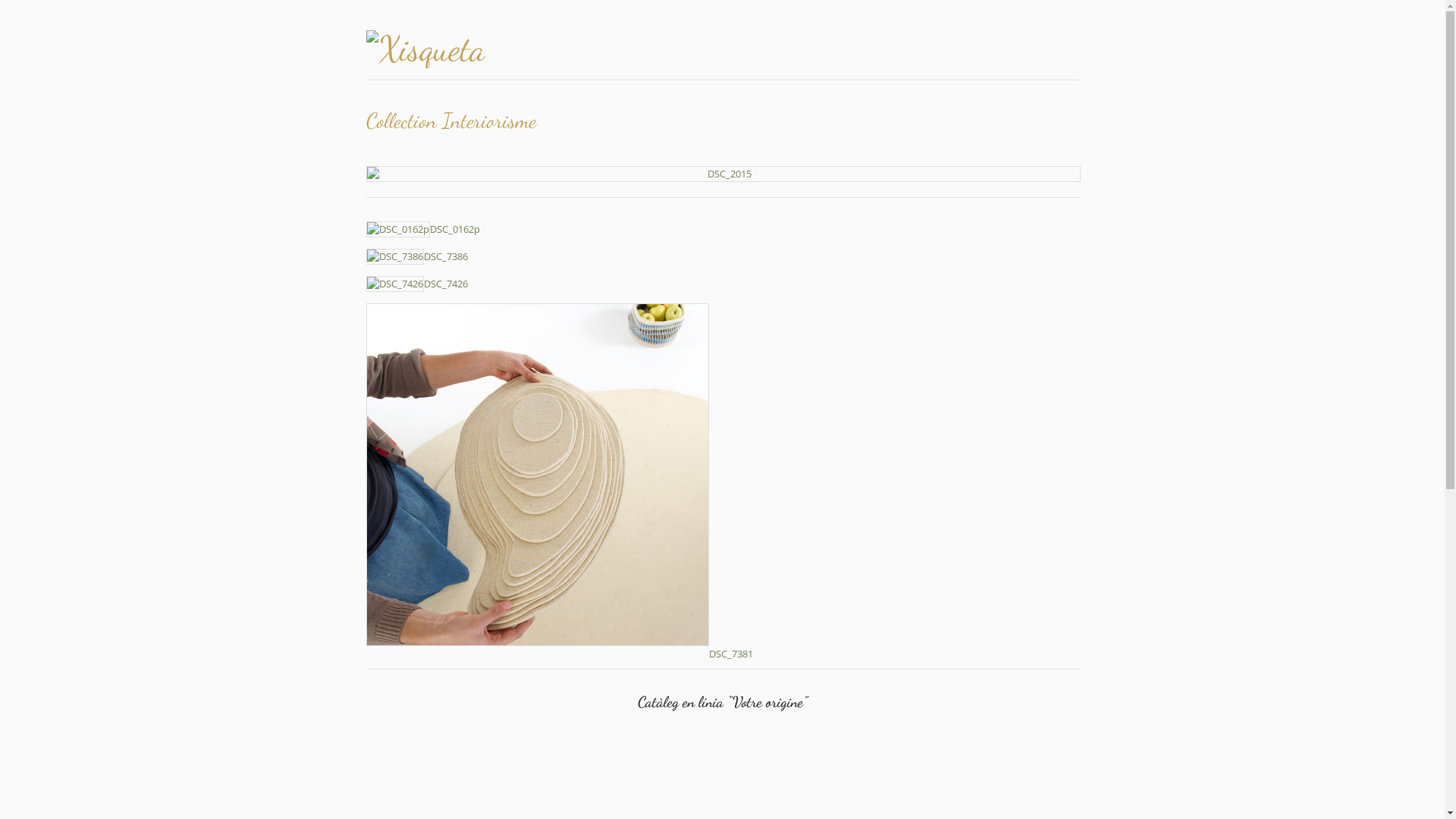 This screenshot has height=819, width=1456. I want to click on 'DSC_7381', so click(558, 652).